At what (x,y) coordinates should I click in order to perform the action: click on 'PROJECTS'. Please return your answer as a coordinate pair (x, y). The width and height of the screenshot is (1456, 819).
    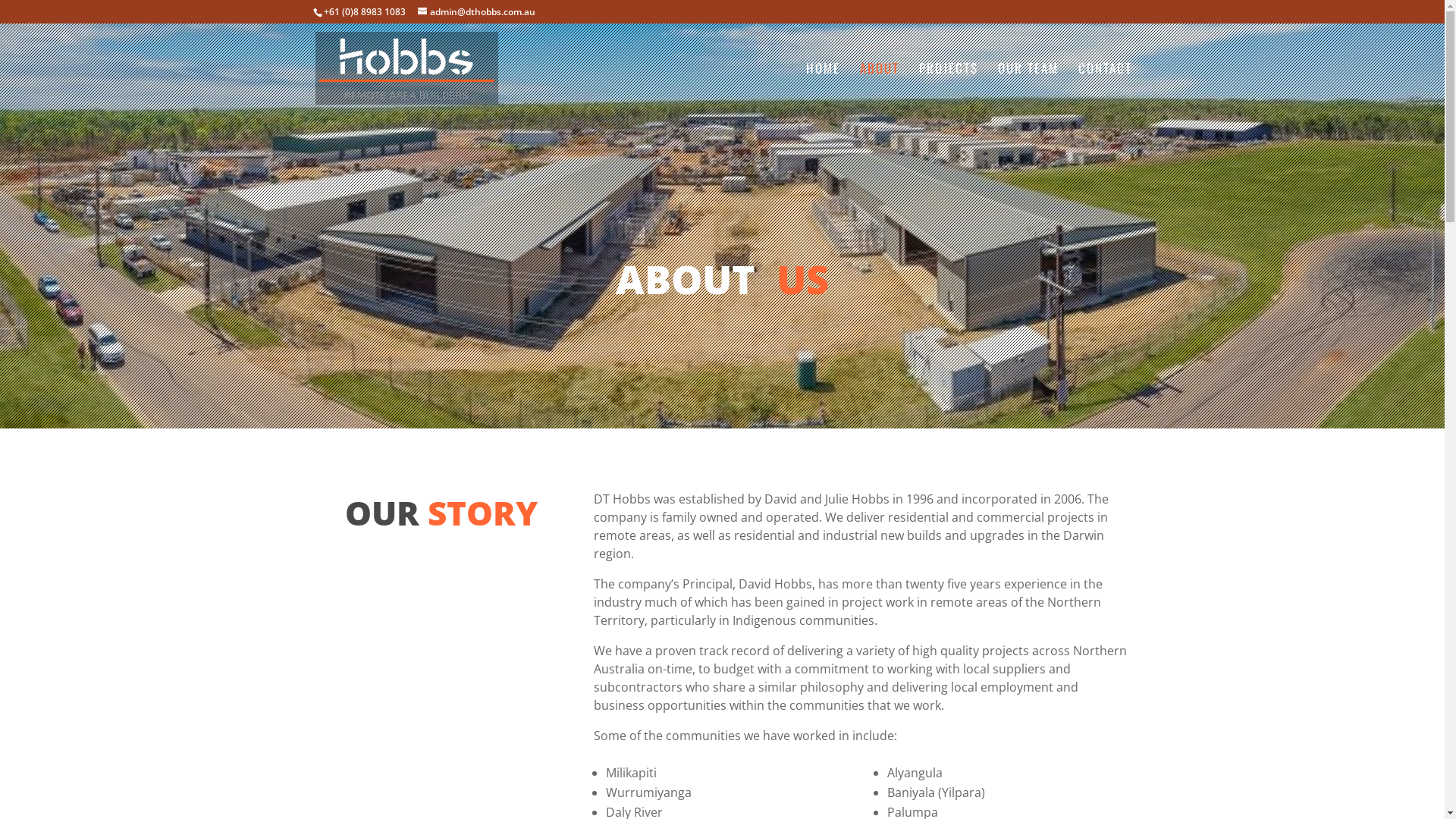
    Looking at the image, I should click on (948, 87).